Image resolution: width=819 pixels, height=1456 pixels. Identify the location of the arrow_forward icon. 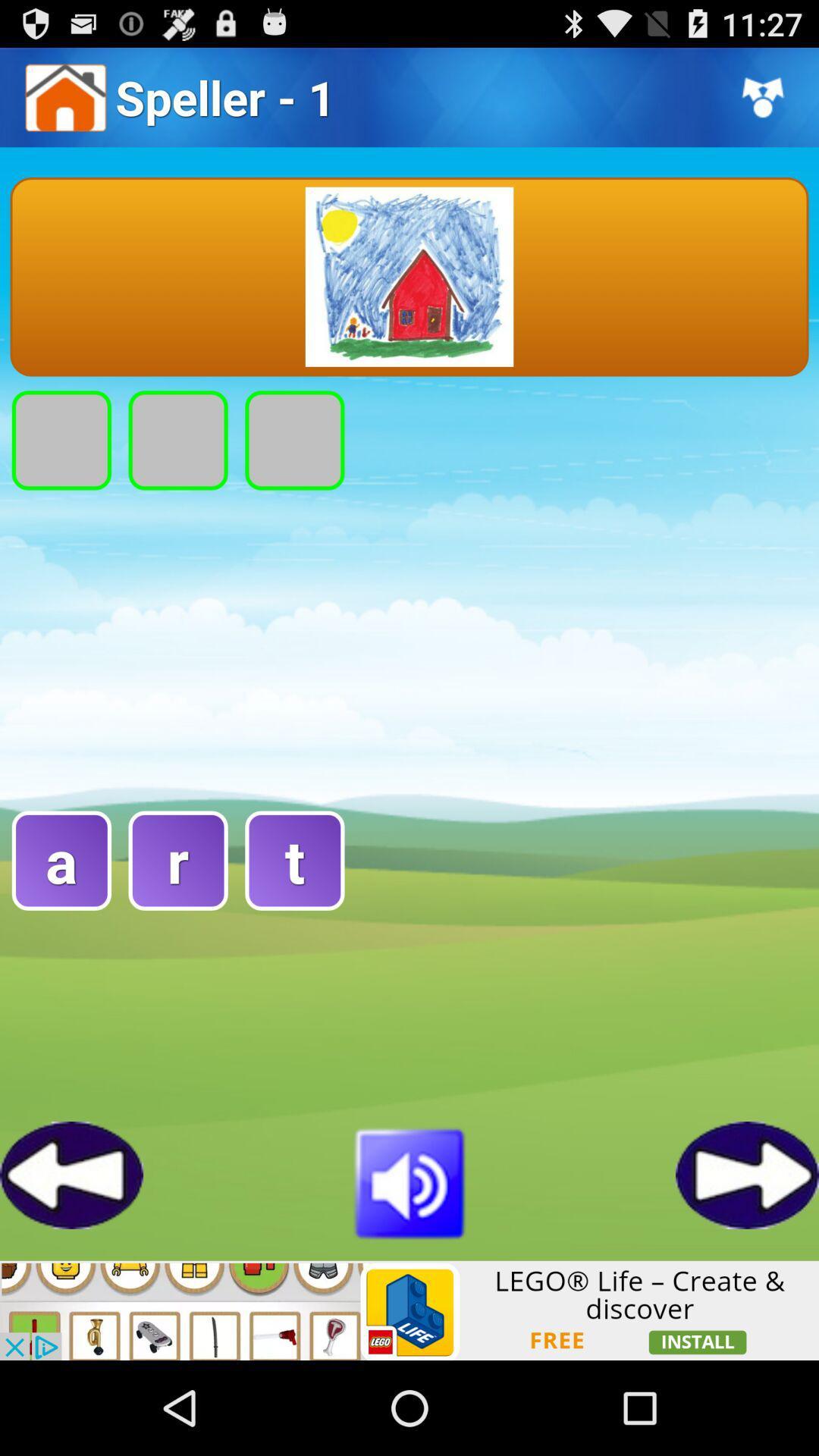
(746, 1257).